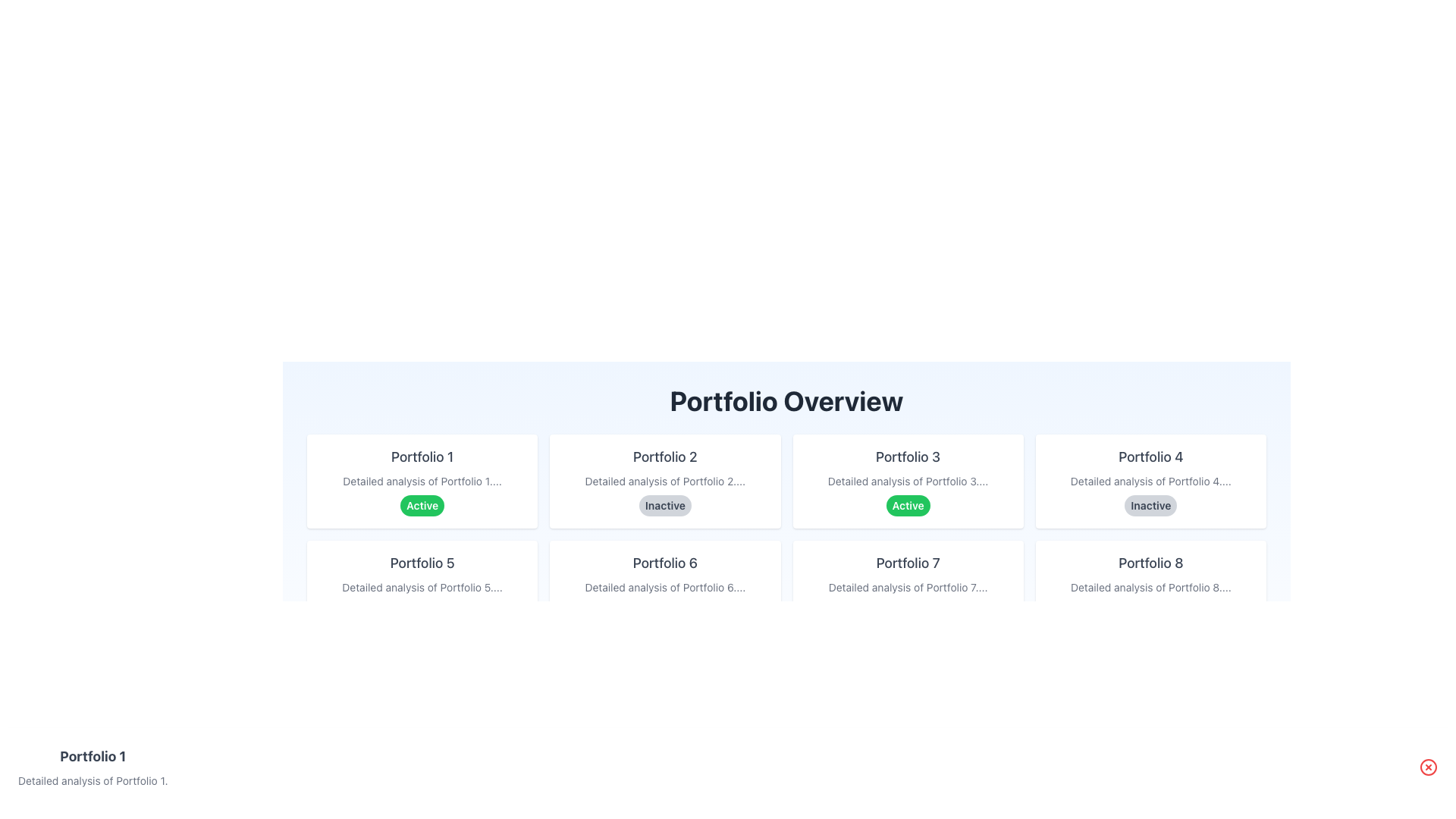 This screenshot has height=819, width=1456. What do you see at coordinates (665, 482) in the screenshot?
I see `the Text Label element that displays 'Detailed analysis of Portfolio 2....', located beneath 'Portfolio 2' and above the 'Inactive' badge within the second column of the grid layout` at bounding box center [665, 482].